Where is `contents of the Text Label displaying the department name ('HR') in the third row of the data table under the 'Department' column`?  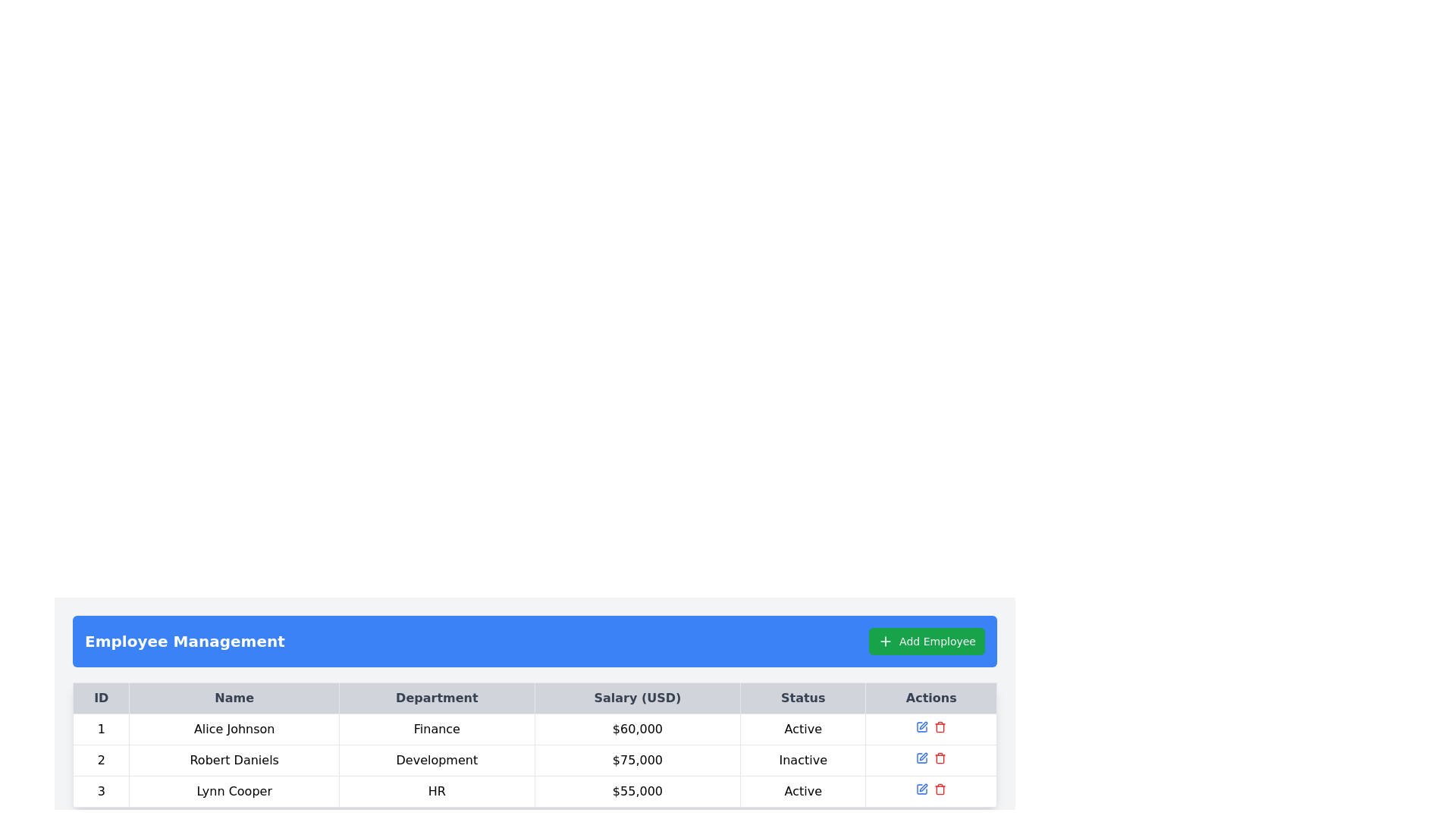 contents of the Text Label displaying the department name ('HR') in the third row of the data table under the 'Department' column is located at coordinates (436, 791).